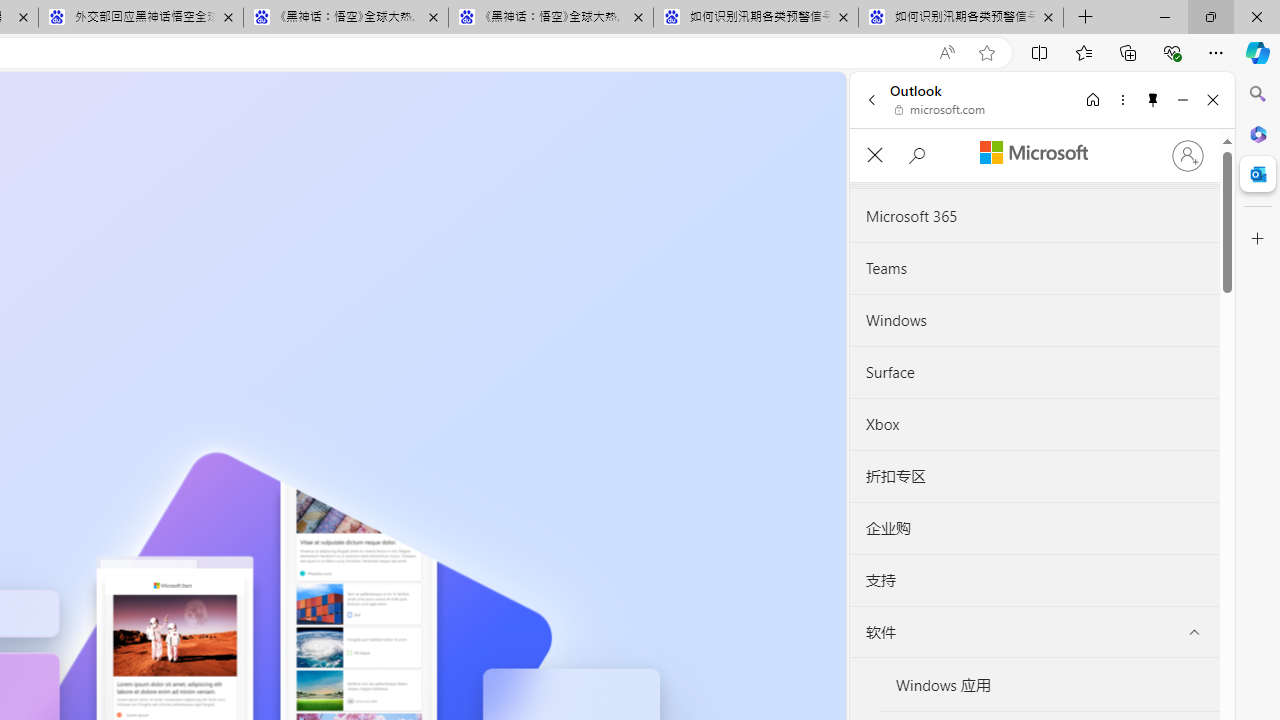 The height and width of the screenshot is (720, 1280). Describe the element at coordinates (1257, 238) in the screenshot. I see `'Customize'` at that location.